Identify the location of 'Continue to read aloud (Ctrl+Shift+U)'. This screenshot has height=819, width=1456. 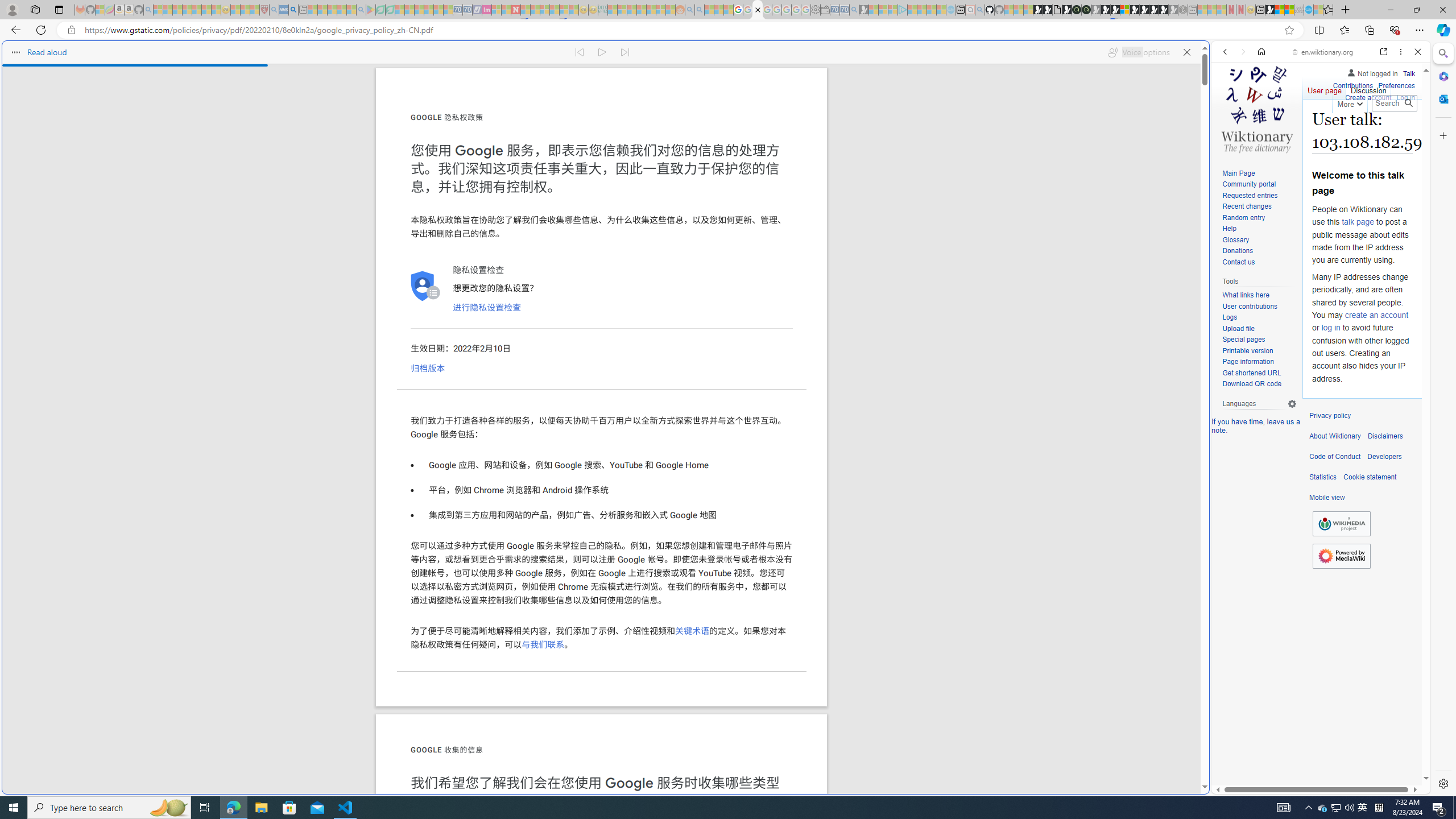
(602, 52).